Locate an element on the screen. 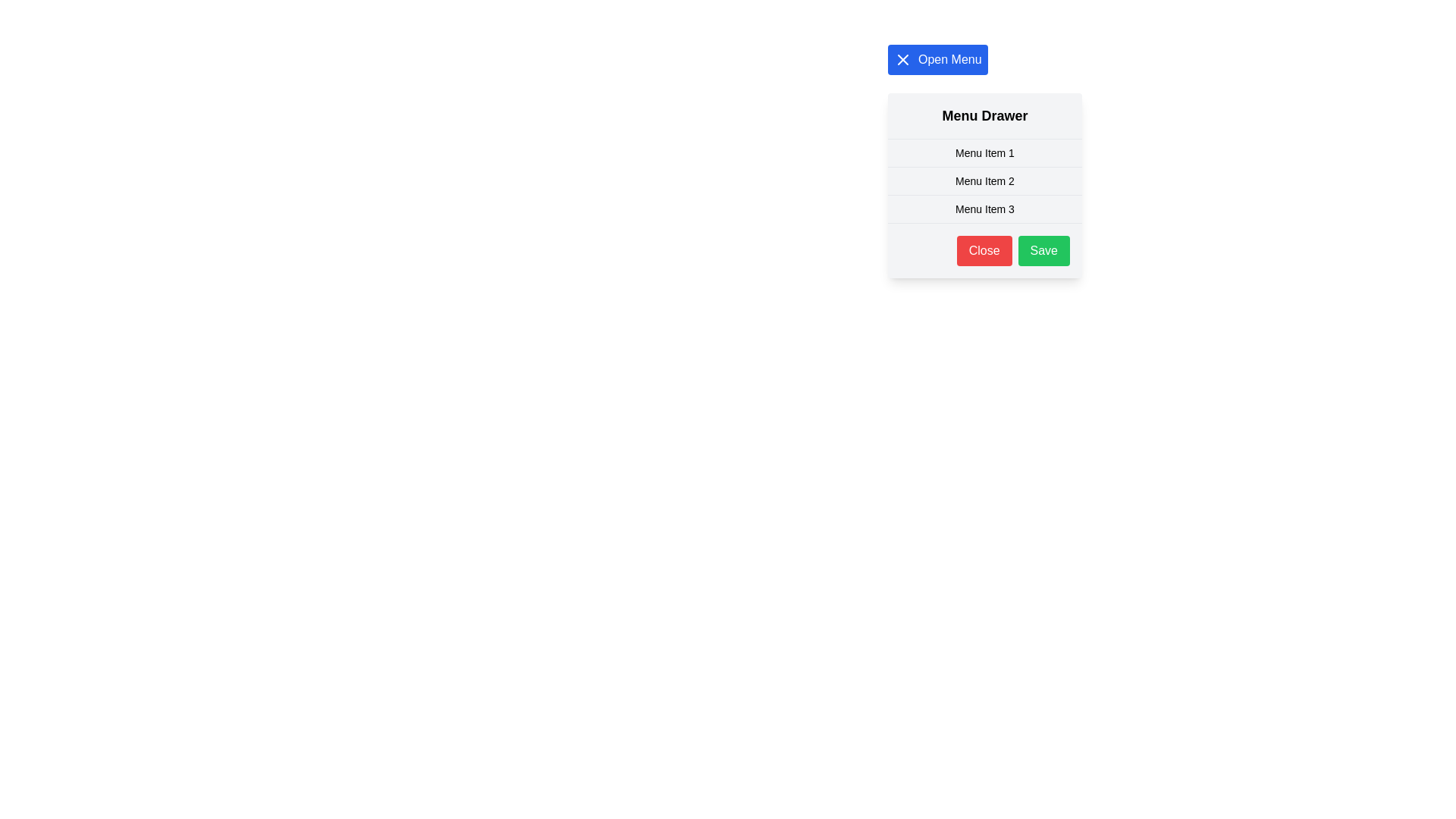  the button located in the bottom-right section of the modal interface is located at coordinates (984, 250).